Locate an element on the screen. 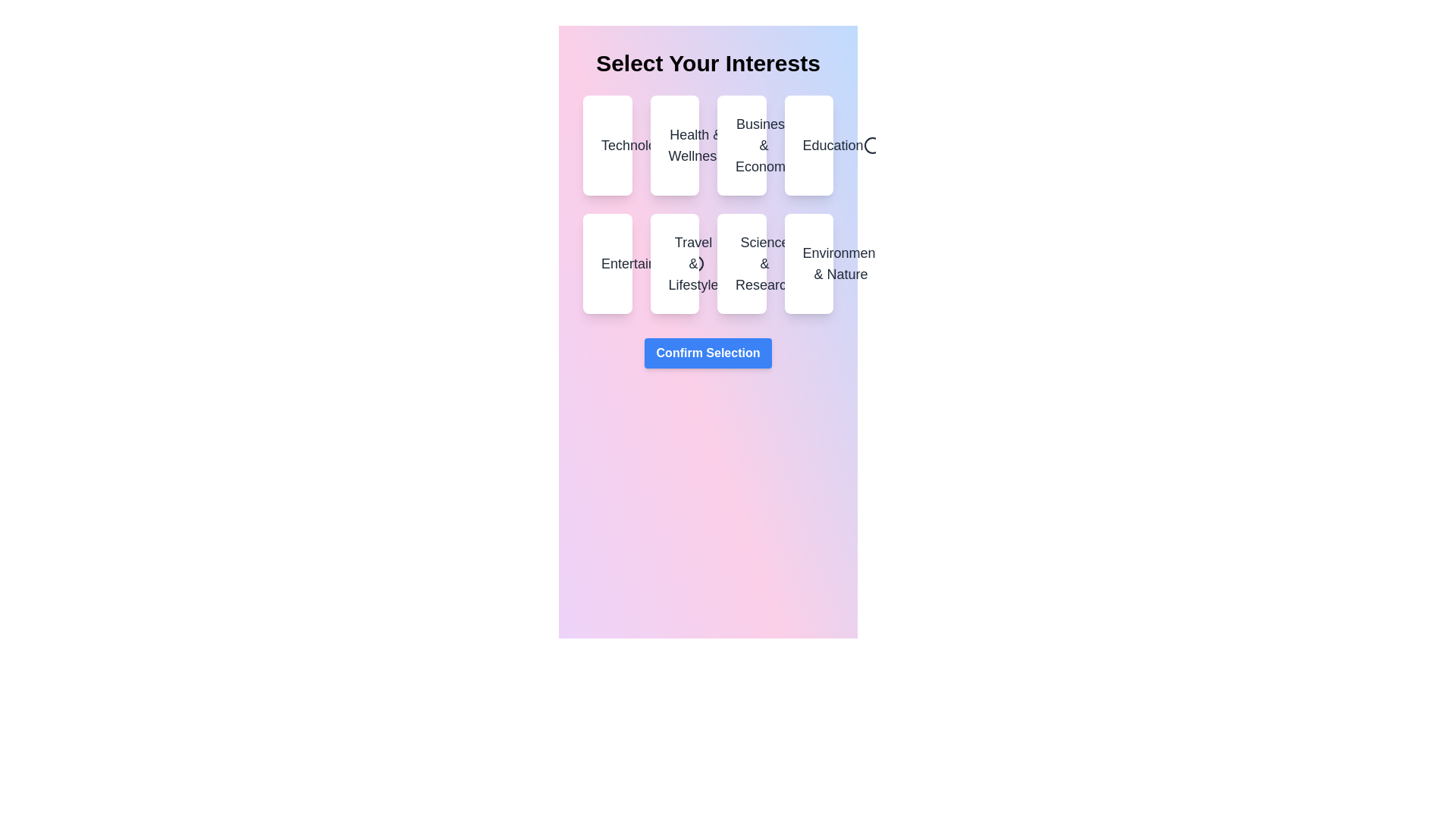 Image resolution: width=1456 pixels, height=819 pixels. the category Science & Research by clicking on it is located at coordinates (742, 262).